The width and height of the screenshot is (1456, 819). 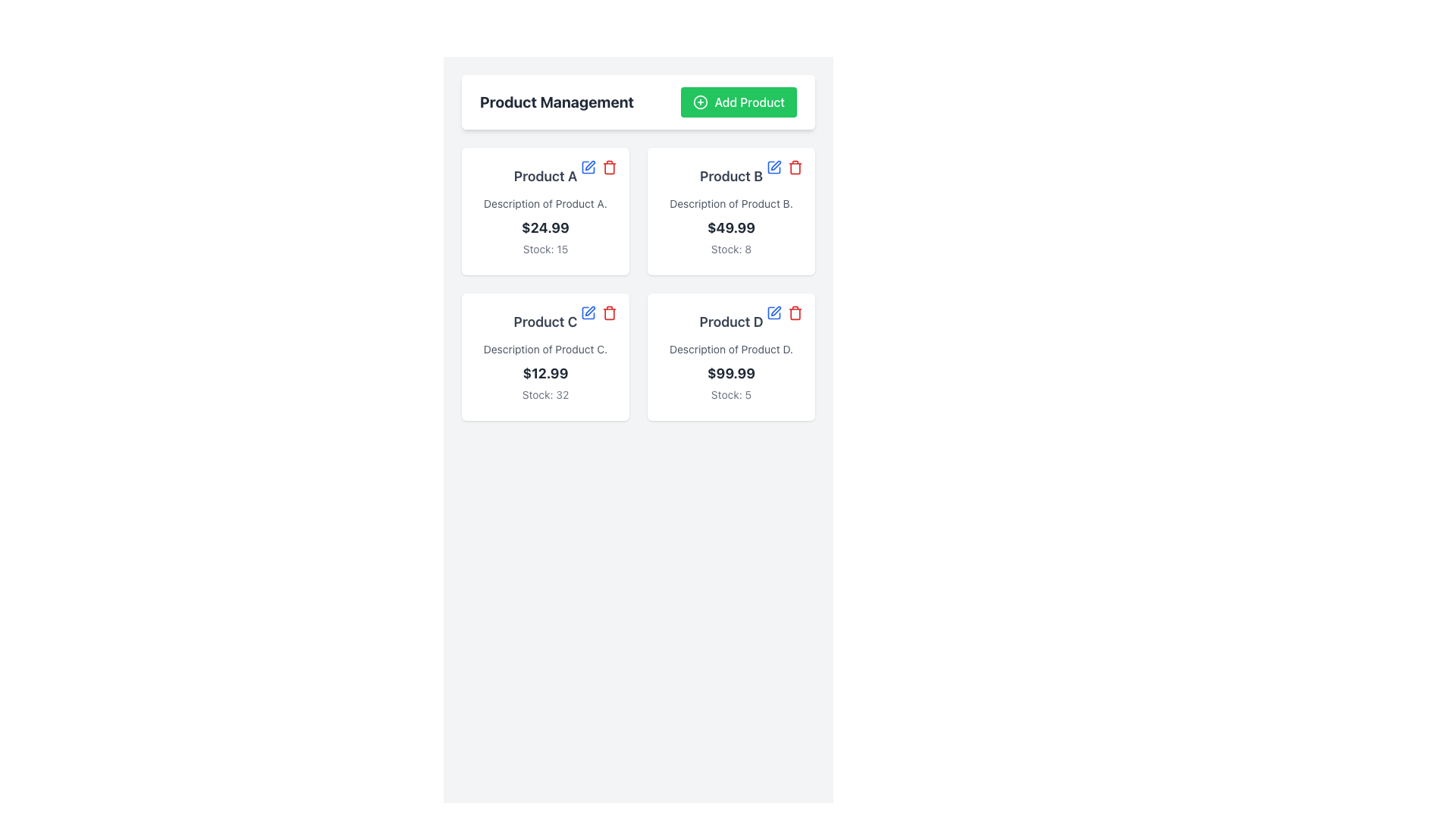 What do you see at coordinates (731, 248) in the screenshot?
I see `text content of the small gray 'Stock: 8' label located at the bottom of the 'Product B' card, beneath the price section` at bounding box center [731, 248].